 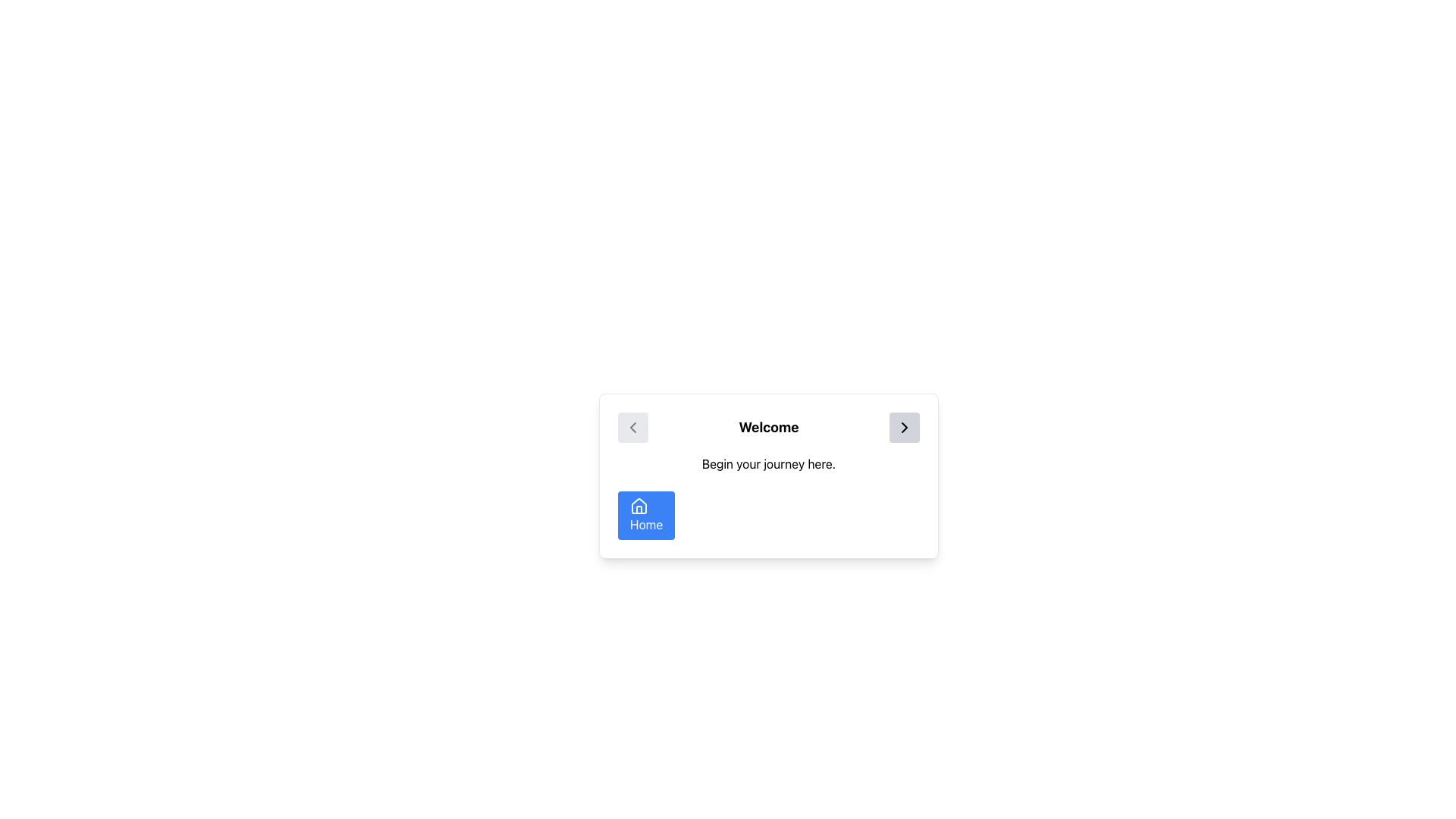 I want to click on the small rounded rectangular button with a grey background and a leftward-pointing chevron icon, so click(x=633, y=427).